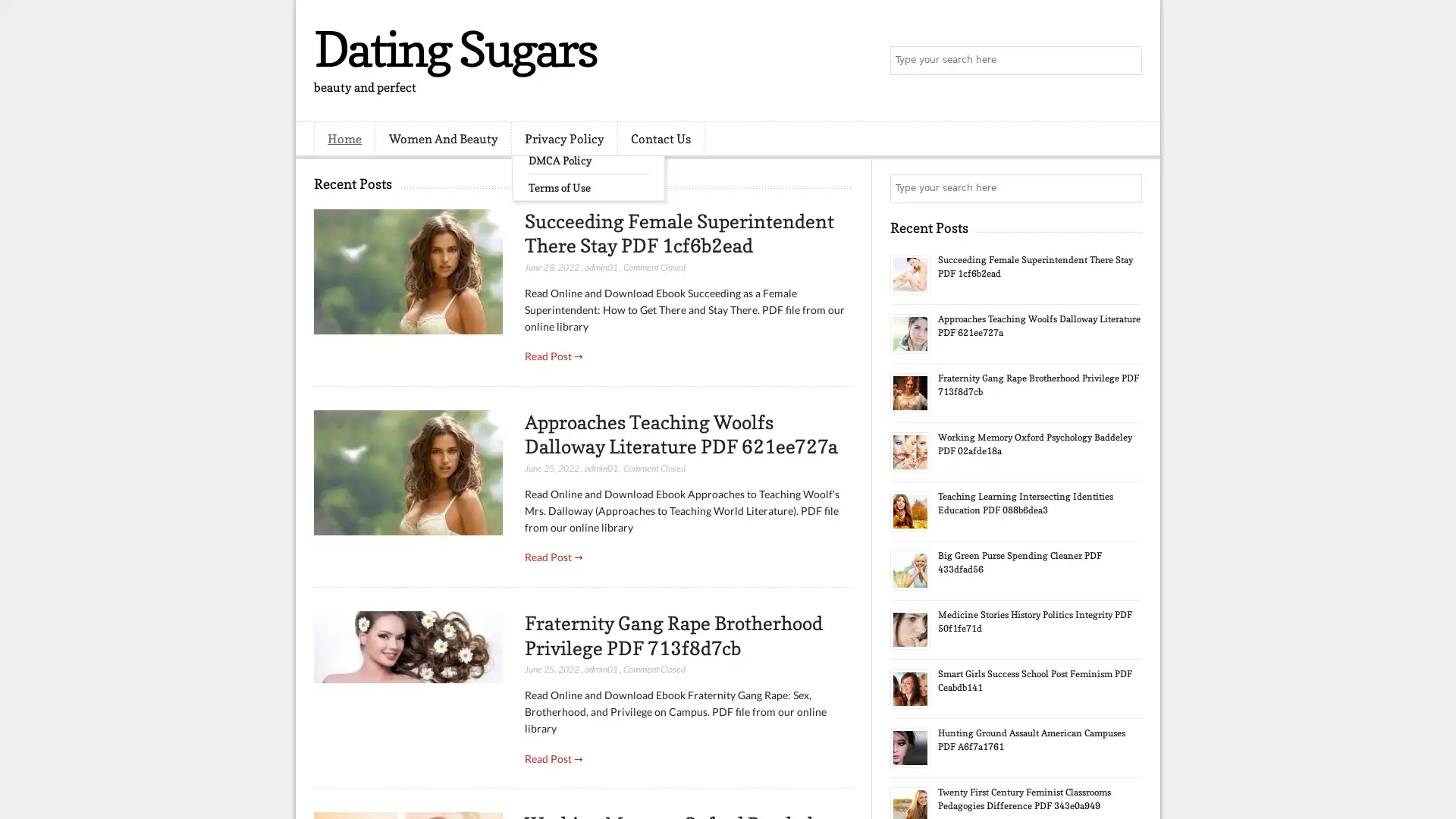 Image resolution: width=1456 pixels, height=819 pixels. Describe the element at coordinates (1126, 61) in the screenshot. I see `Search` at that location.